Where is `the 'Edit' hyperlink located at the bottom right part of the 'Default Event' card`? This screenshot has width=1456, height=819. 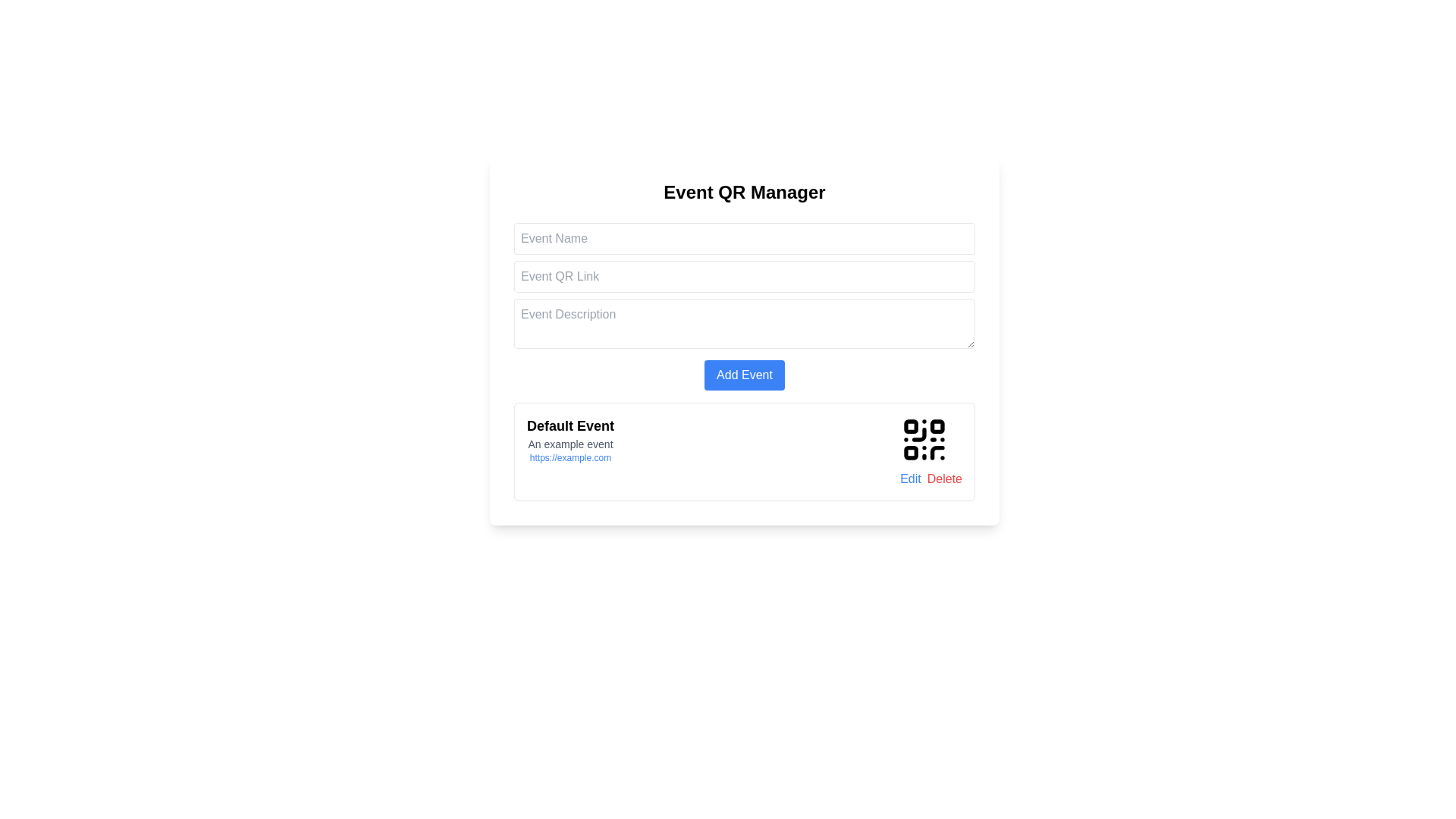 the 'Edit' hyperlink located at the bottom right part of the 'Default Event' card is located at coordinates (910, 479).